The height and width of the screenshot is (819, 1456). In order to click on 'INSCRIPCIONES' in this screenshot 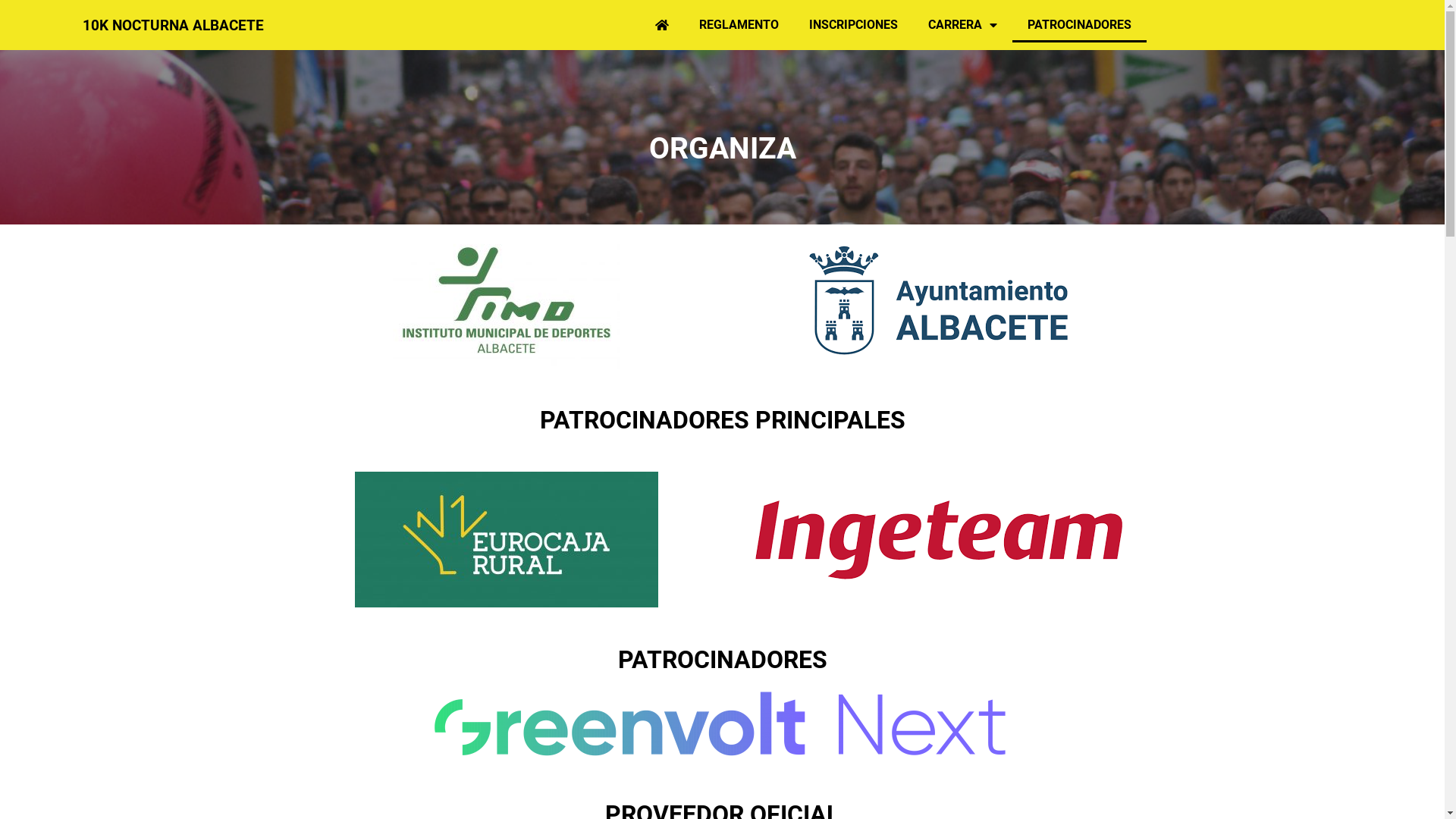, I will do `click(853, 25)`.